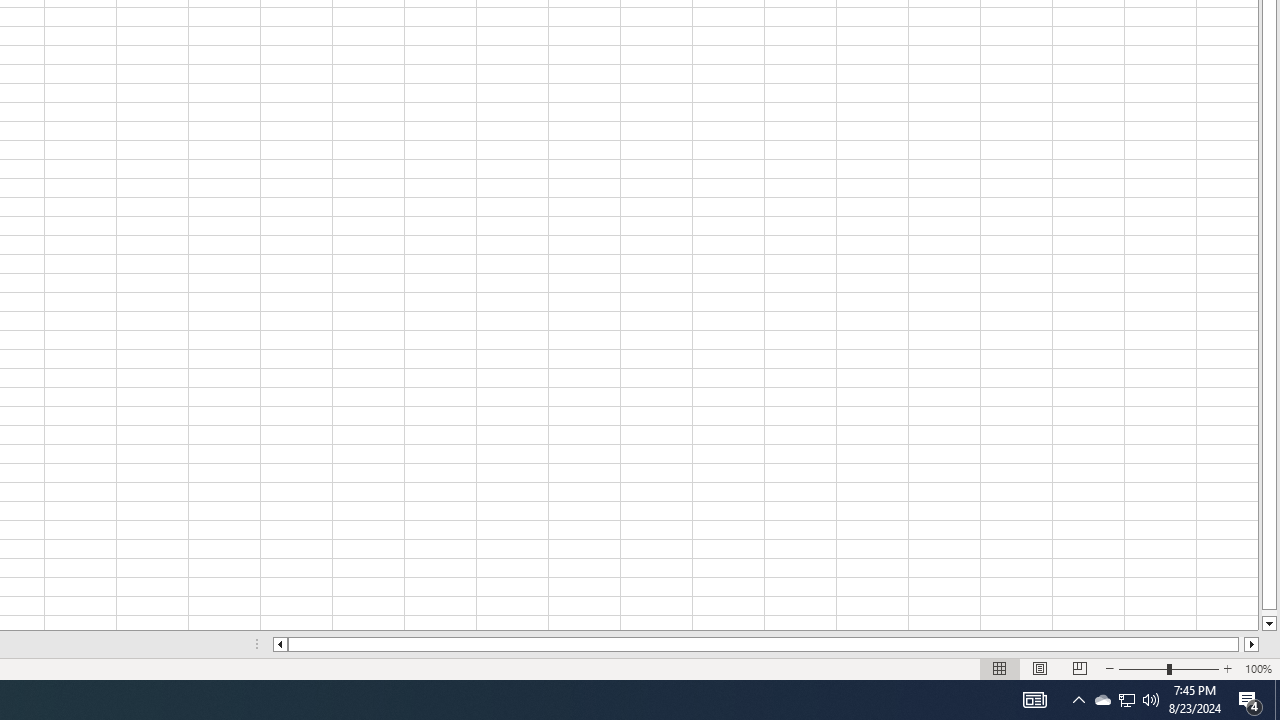 The image size is (1280, 720). What do you see at coordinates (1000, 669) in the screenshot?
I see `'Normal'` at bounding box center [1000, 669].